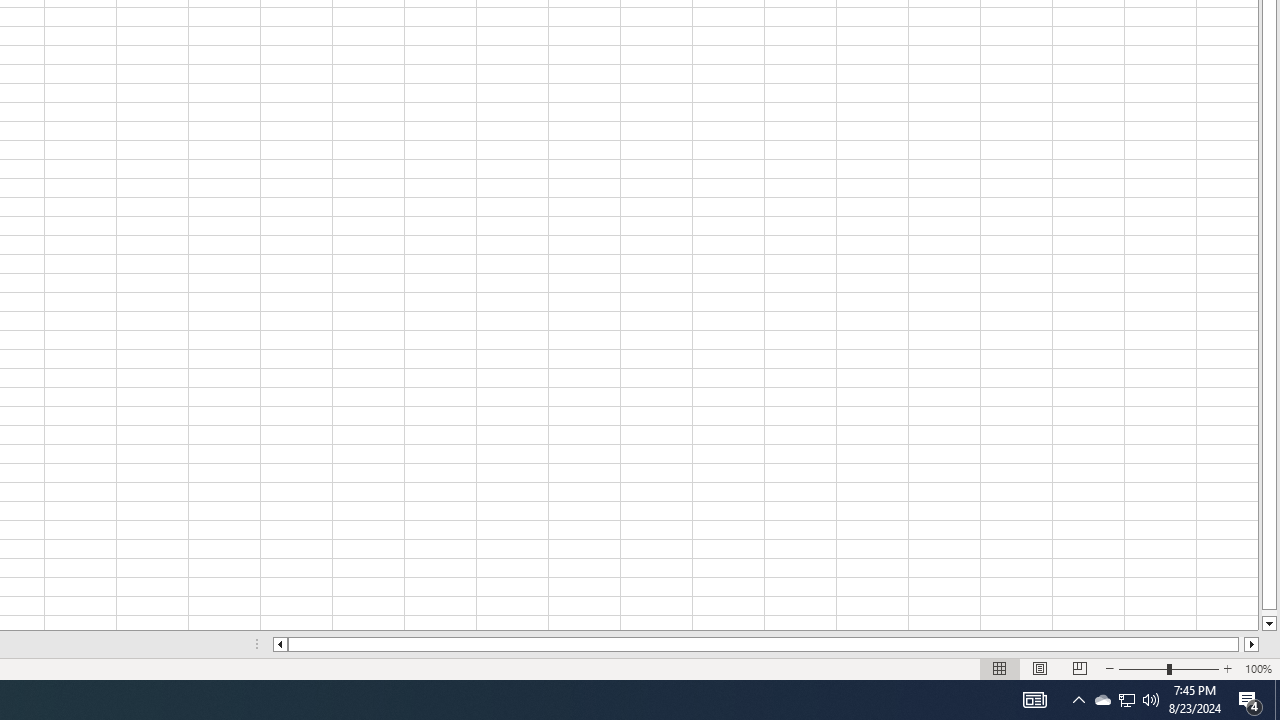 The image size is (1280, 720). What do you see at coordinates (1000, 669) in the screenshot?
I see `'Normal'` at bounding box center [1000, 669].